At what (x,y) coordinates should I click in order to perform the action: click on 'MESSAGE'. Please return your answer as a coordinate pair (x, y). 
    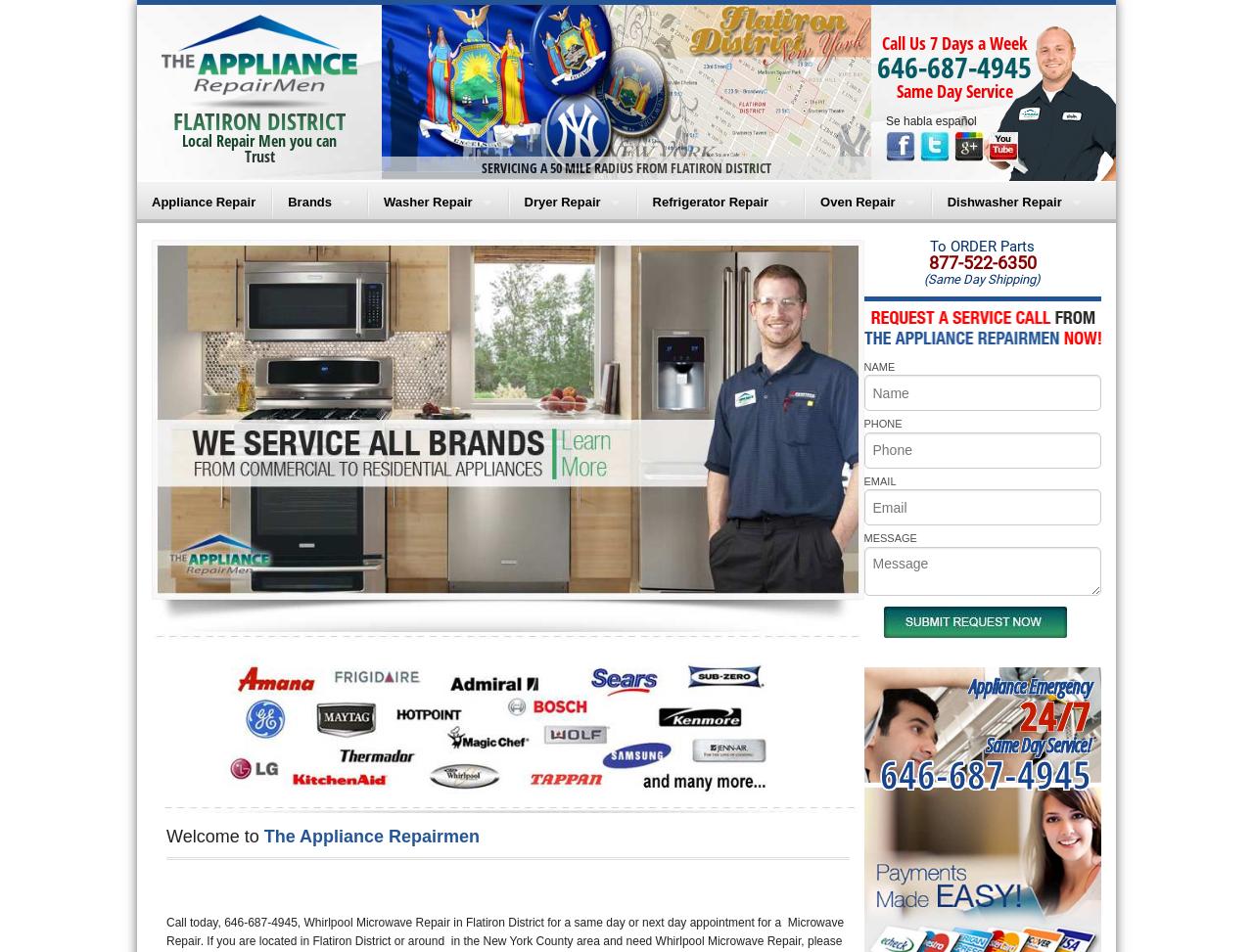
    Looking at the image, I should click on (889, 537).